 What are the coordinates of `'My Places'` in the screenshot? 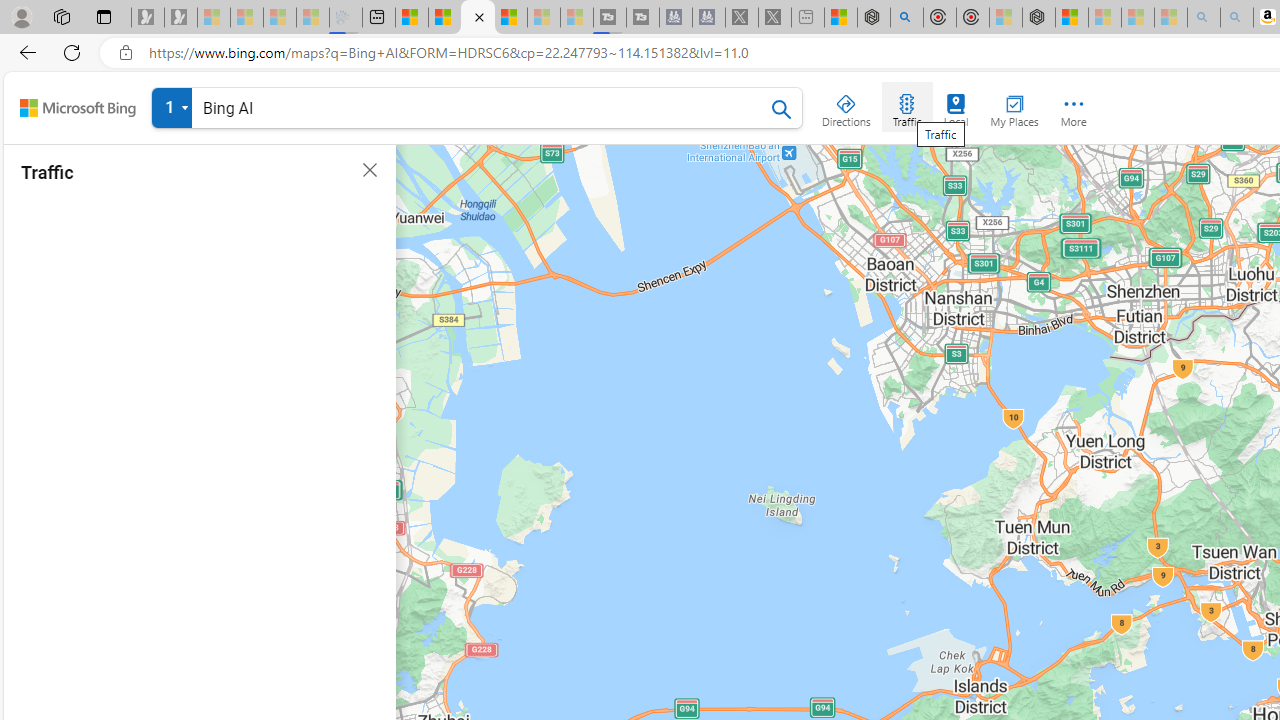 It's located at (1014, 106).